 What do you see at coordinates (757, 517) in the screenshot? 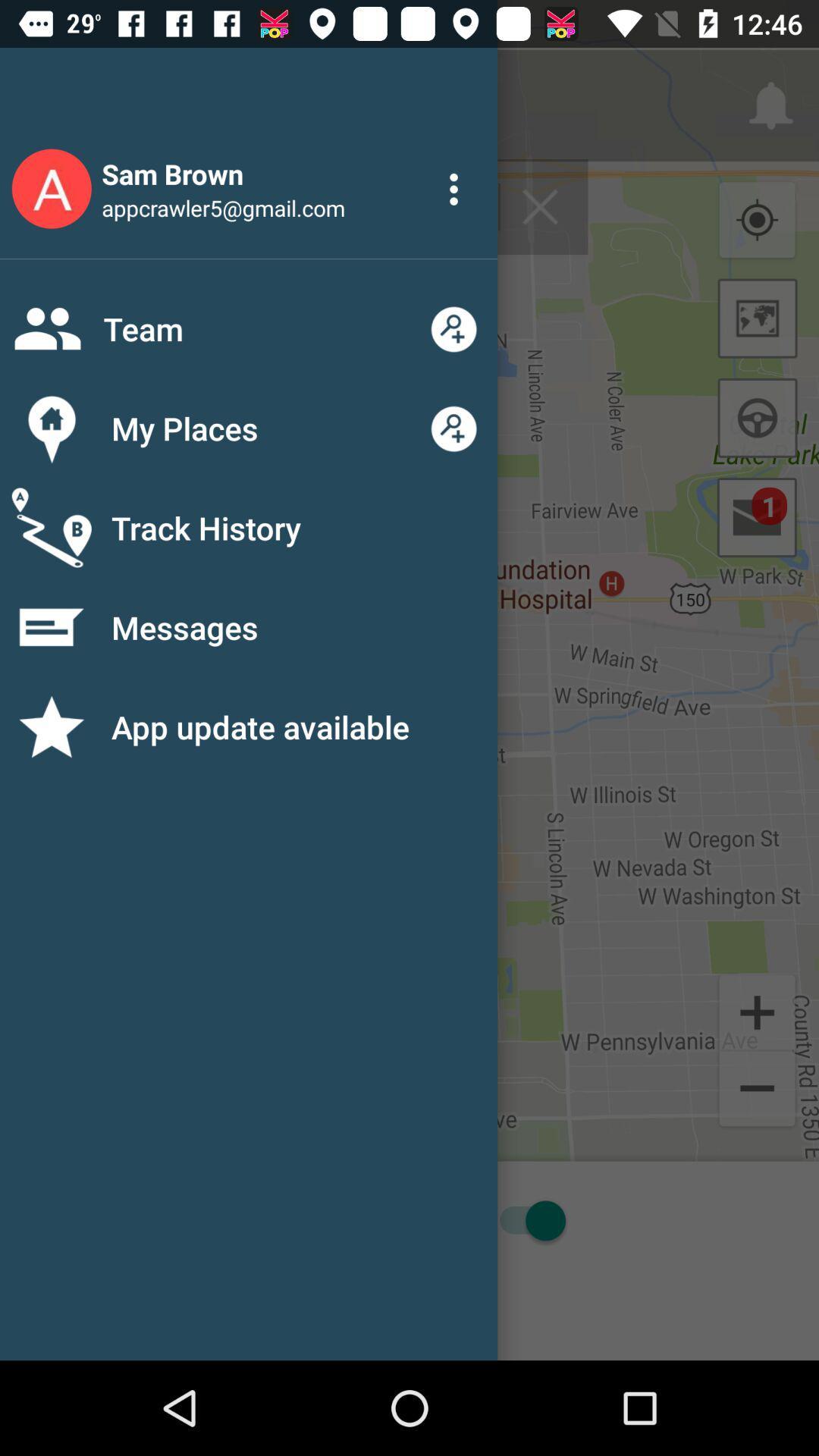
I see `the email icon` at bounding box center [757, 517].